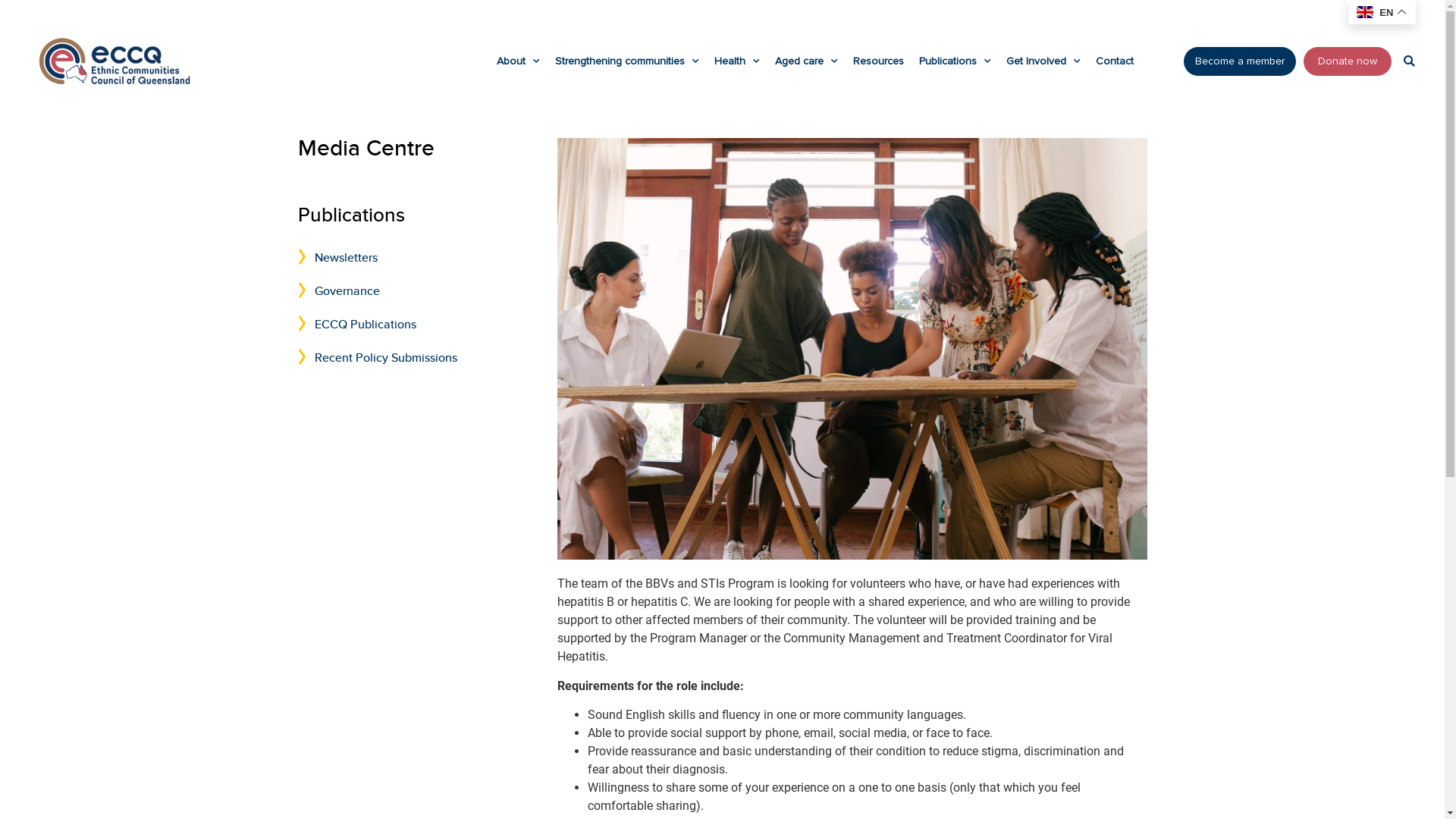 The height and width of the screenshot is (819, 1456). What do you see at coordinates (1240, 61) in the screenshot?
I see `'Become a member'` at bounding box center [1240, 61].